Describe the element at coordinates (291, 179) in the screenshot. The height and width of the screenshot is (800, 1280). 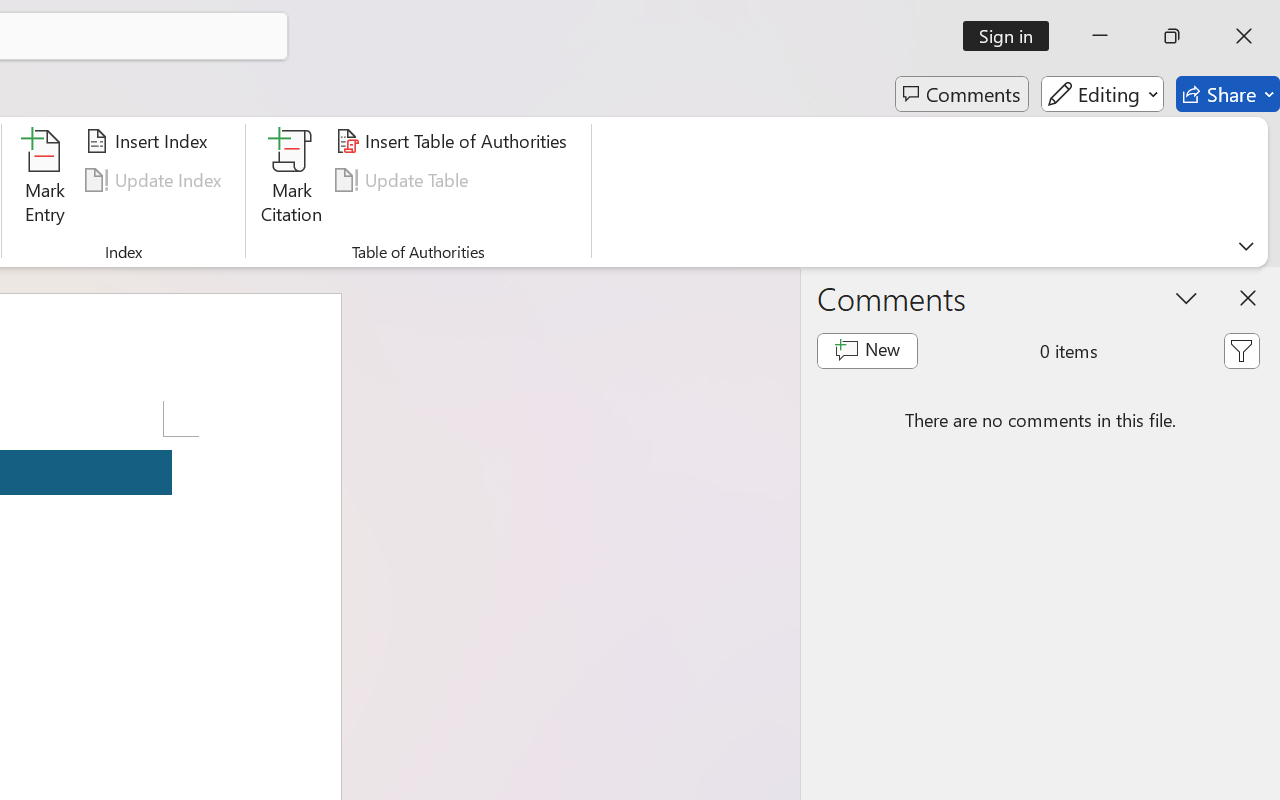
I see `'Mark Citation...'` at that location.